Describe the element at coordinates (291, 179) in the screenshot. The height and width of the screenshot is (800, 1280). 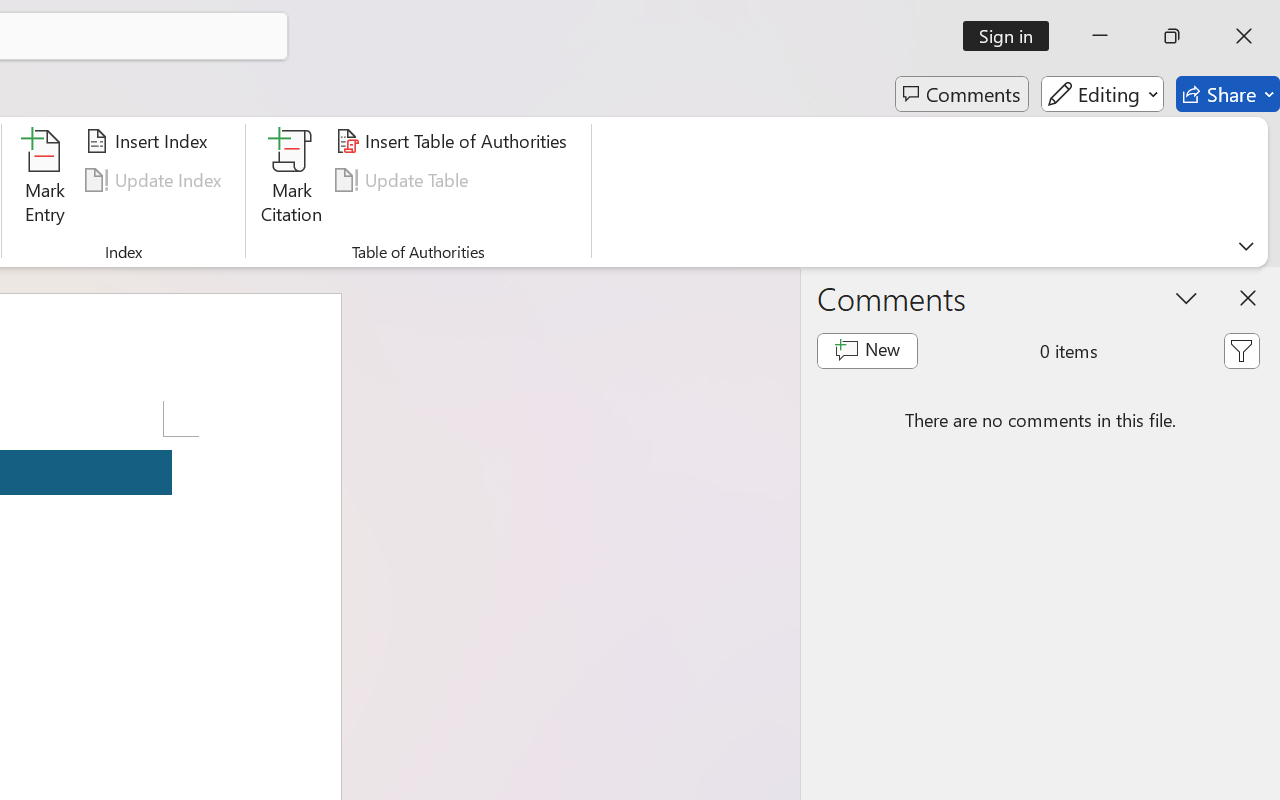
I see `'Mark Citation...'` at that location.